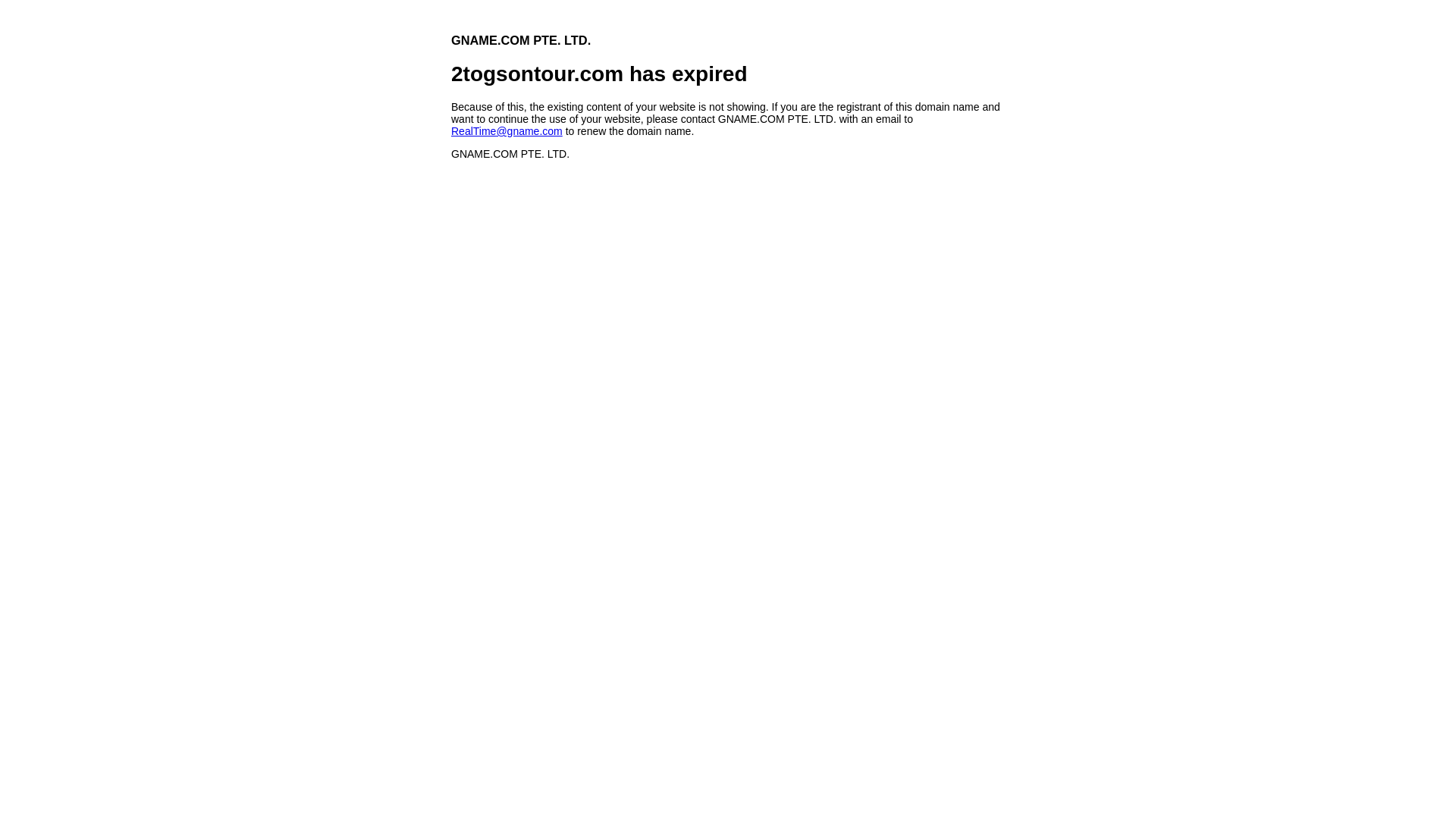  What do you see at coordinates (507, 130) in the screenshot?
I see `'RealTime@gname.com'` at bounding box center [507, 130].